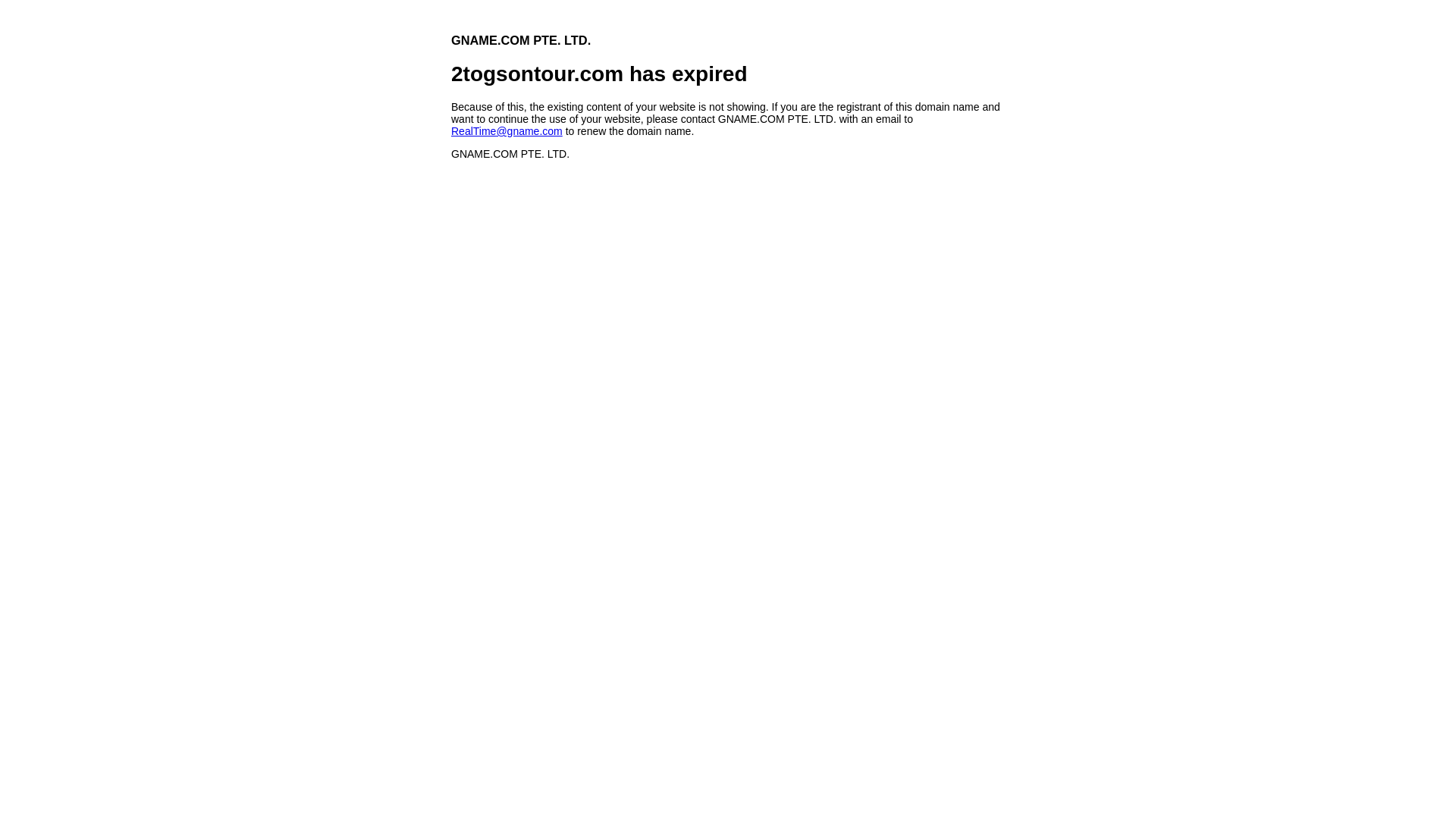  What do you see at coordinates (507, 130) in the screenshot?
I see `'RealTime@gname.com'` at bounding box center [507, 130].